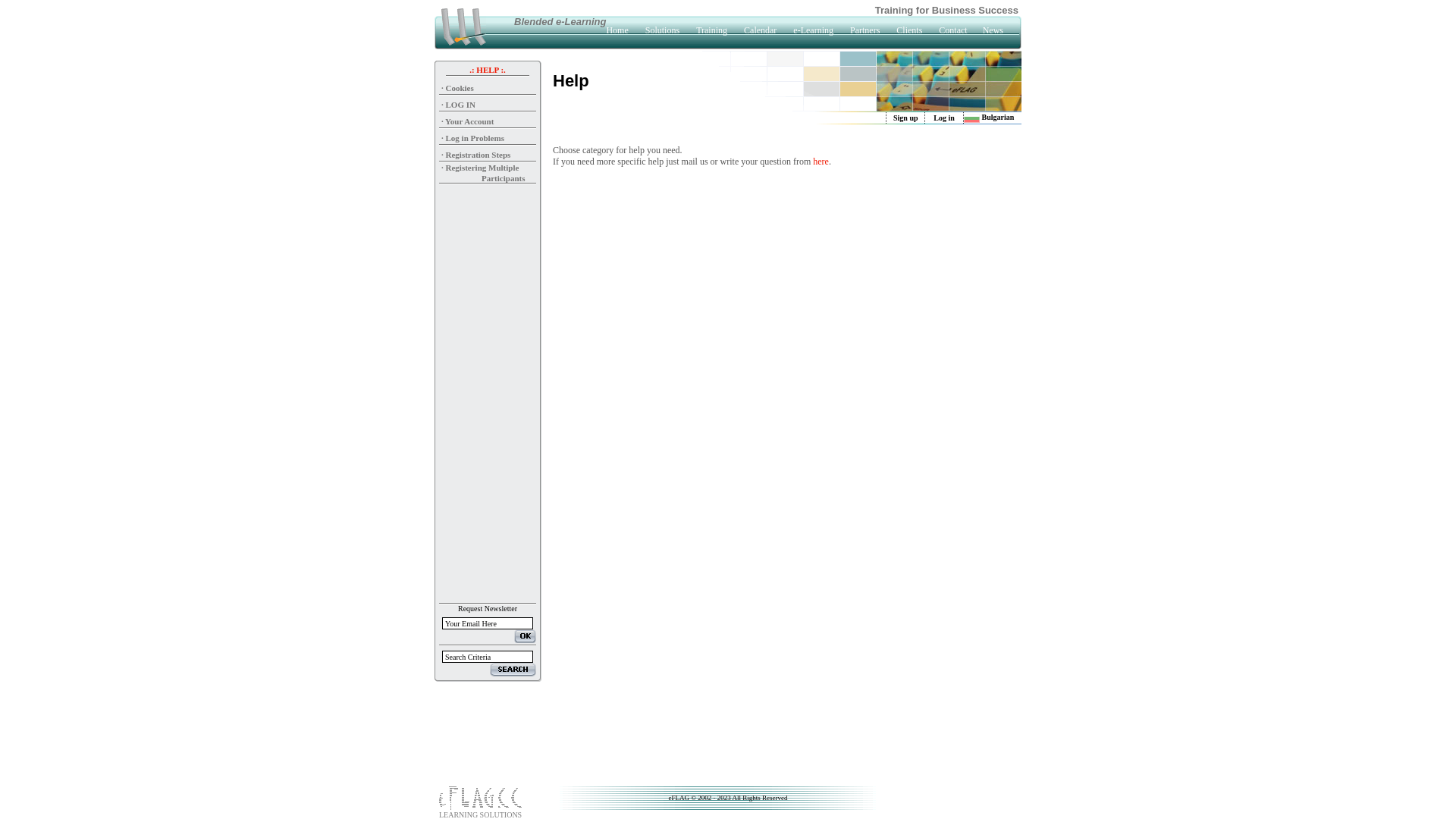 Image resolution: width=1456 pixels, height=819 pixels. Describe the element at coordinates (820, 161) in the screenshot. I see `'here'` at that location.